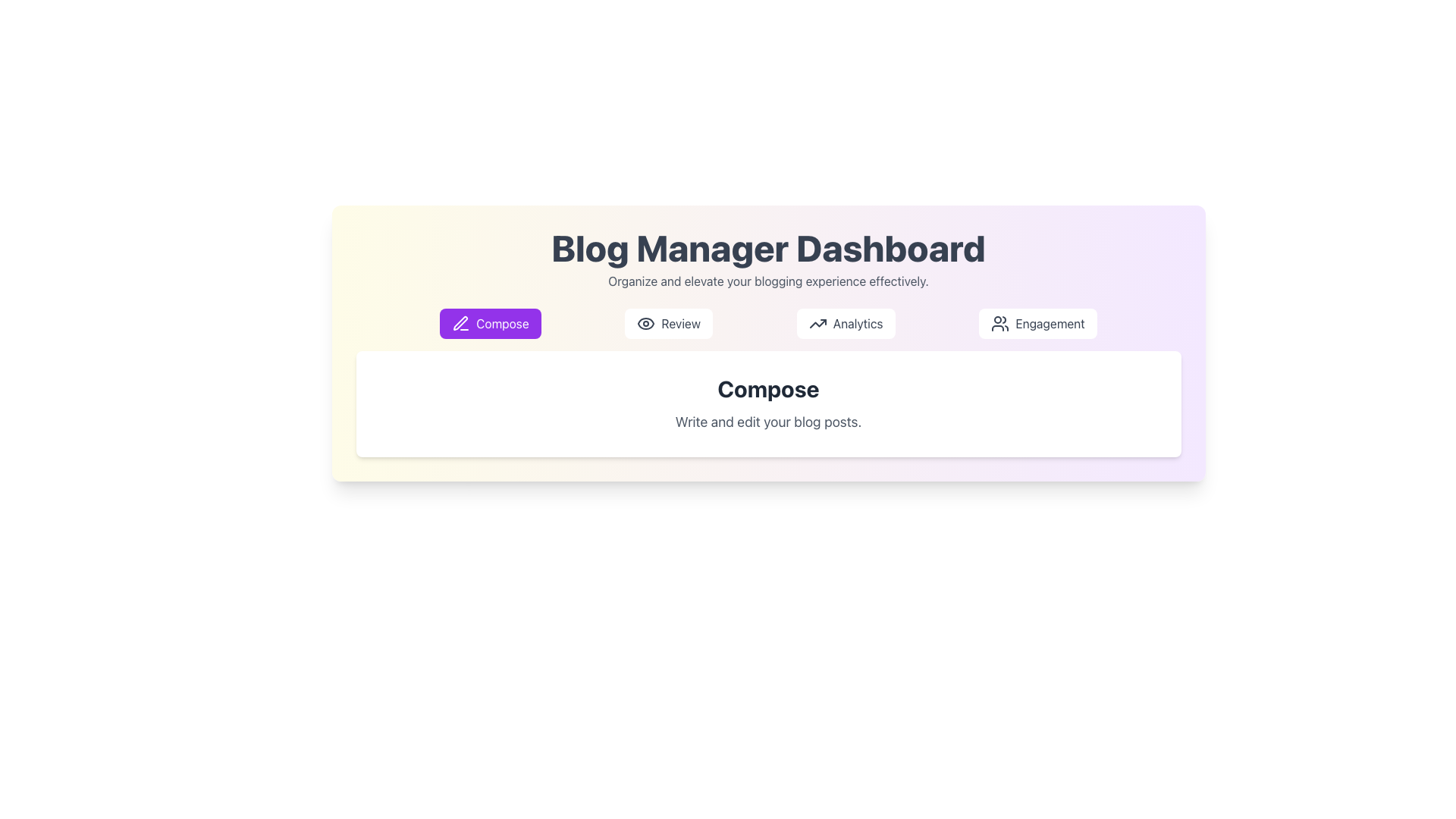 The width and height of the screenshot is (1456, 819). Describe the element at coordinates (858, 323) in the screenshot. I see `the 'Analytics' button, which is the third button from the left in the horizontal row of menu options` at that location.